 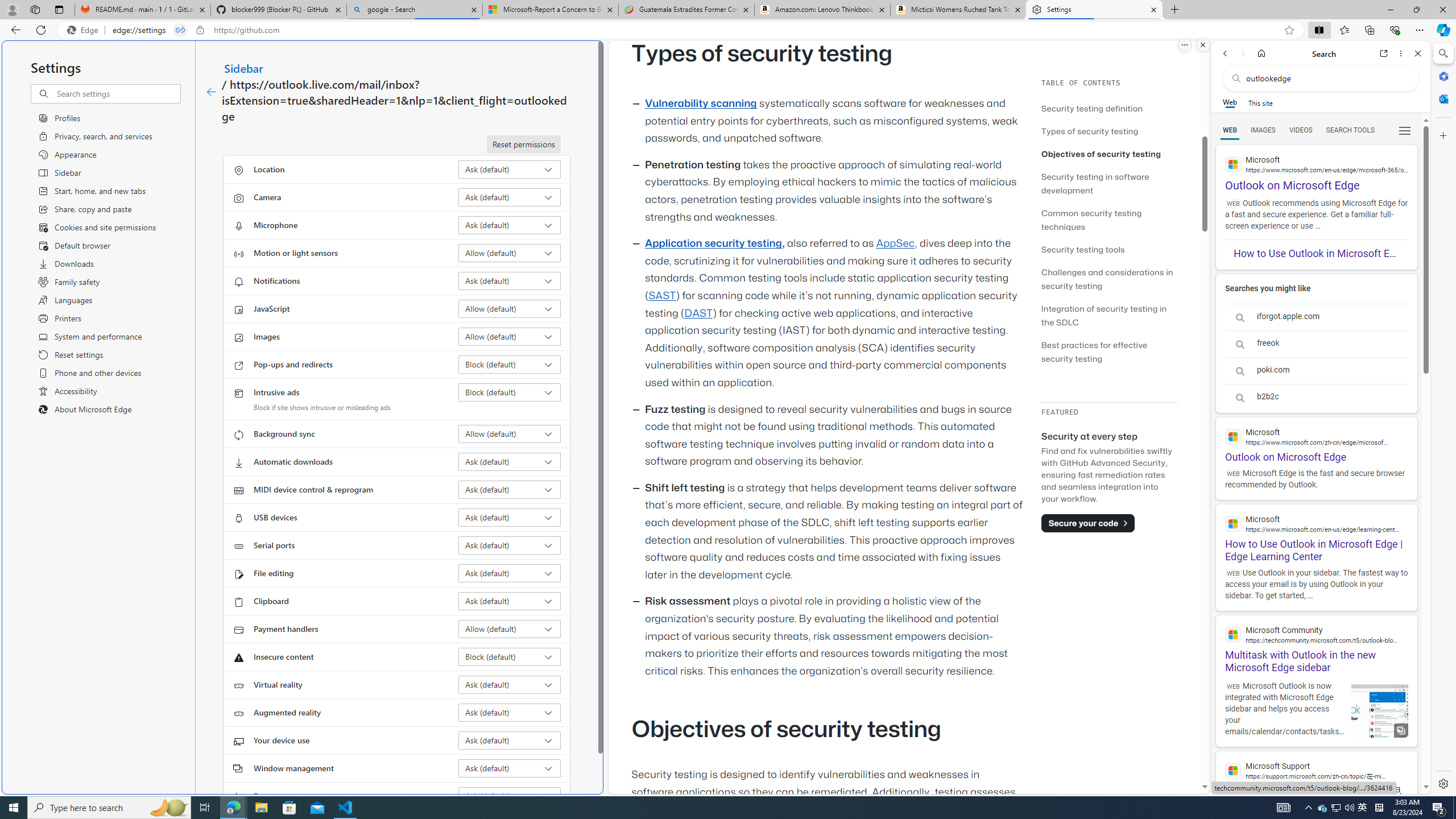 What do you see at coordinates (698, 312) in the screenshot?
I see `'DAST'` at bounding box center [698, 312].